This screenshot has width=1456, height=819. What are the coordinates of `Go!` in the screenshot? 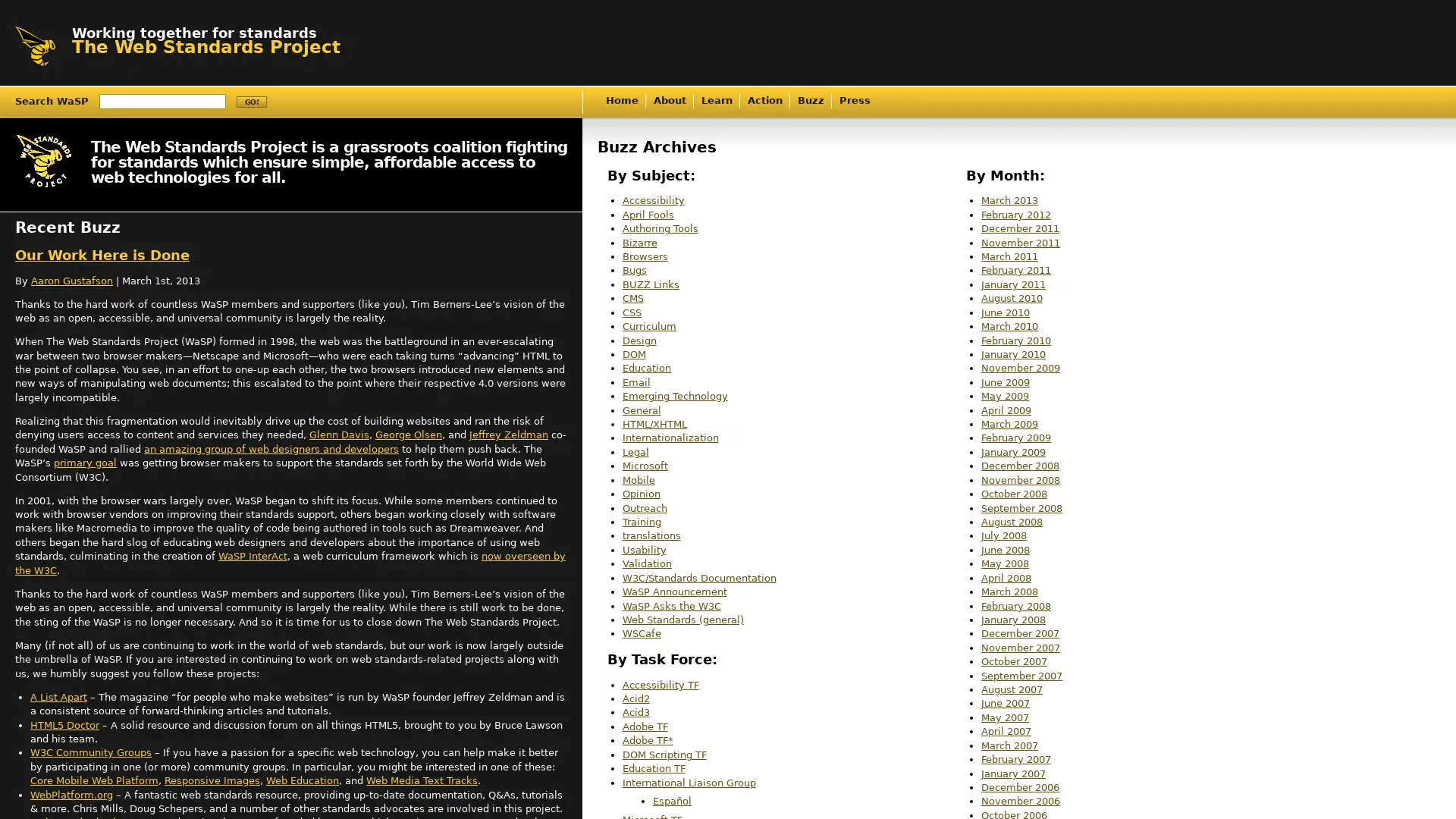 It's located at (251, 102).